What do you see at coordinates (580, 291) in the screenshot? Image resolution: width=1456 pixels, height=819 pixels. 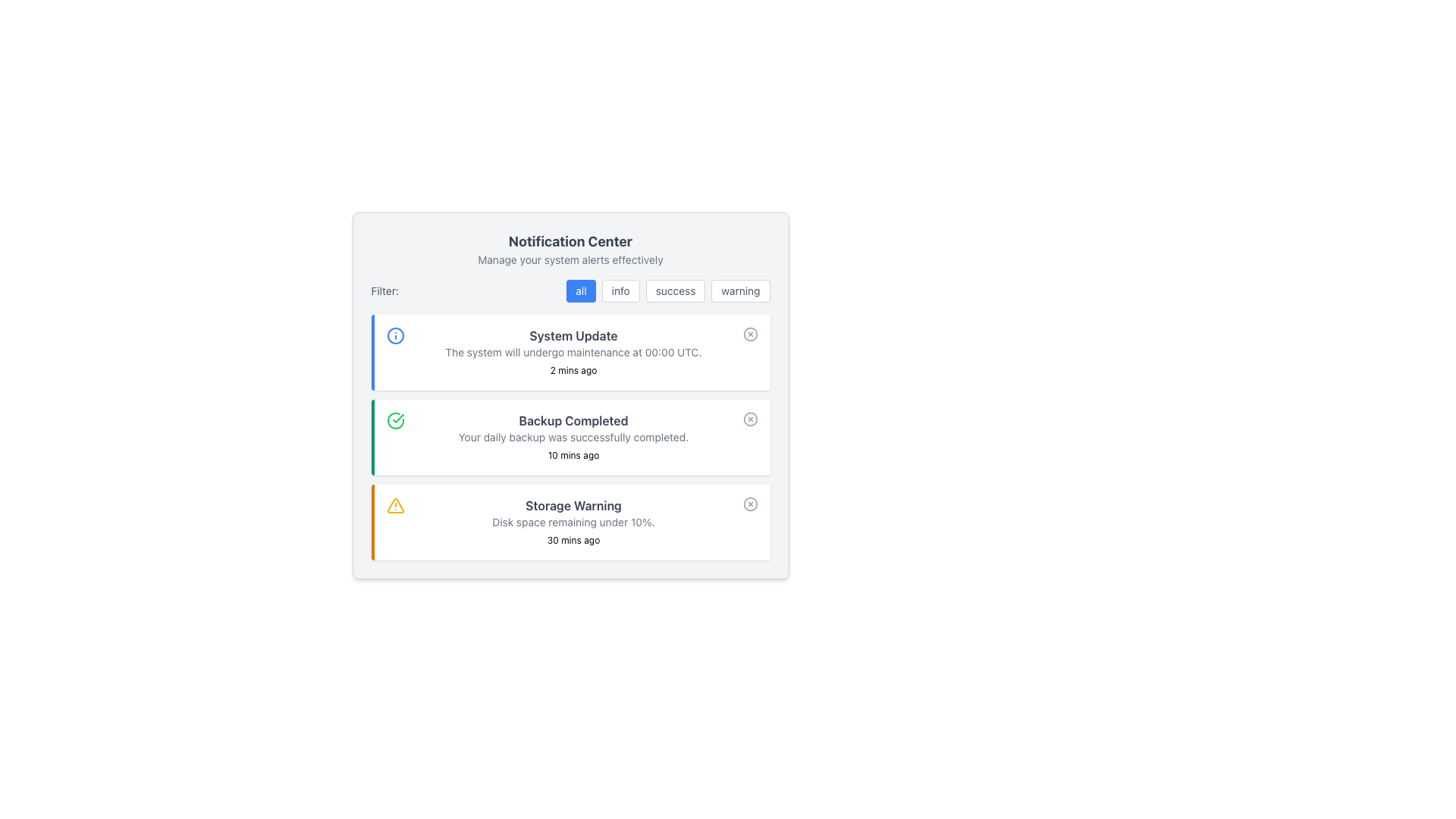 I see `the leftmost filter button located beneath the 'Filter:' label` at bounding box center [580, 291].